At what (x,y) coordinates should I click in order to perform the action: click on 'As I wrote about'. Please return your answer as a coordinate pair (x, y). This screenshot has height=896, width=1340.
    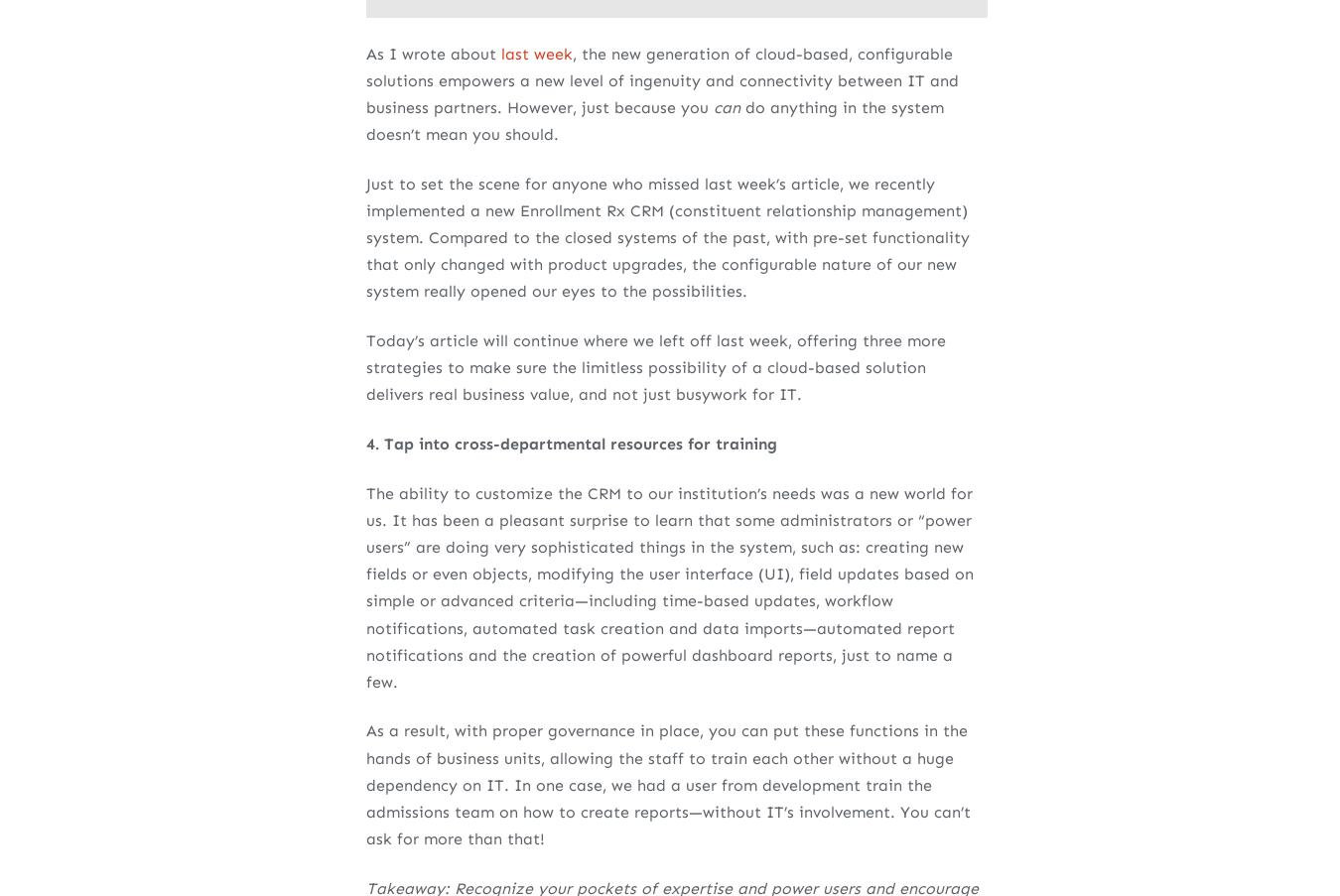
    Looking at the image, I should click on (365, 52).